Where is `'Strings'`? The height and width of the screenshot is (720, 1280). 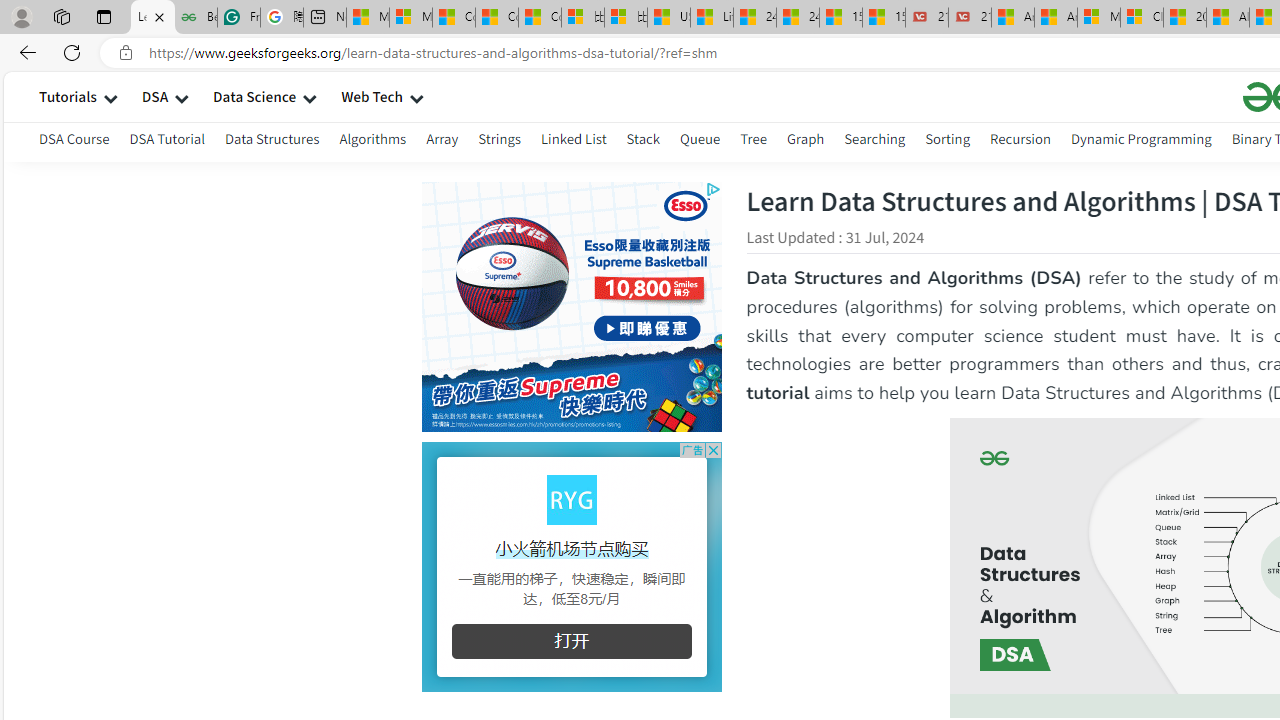 'Strings' is located at coordinates (499, 141).